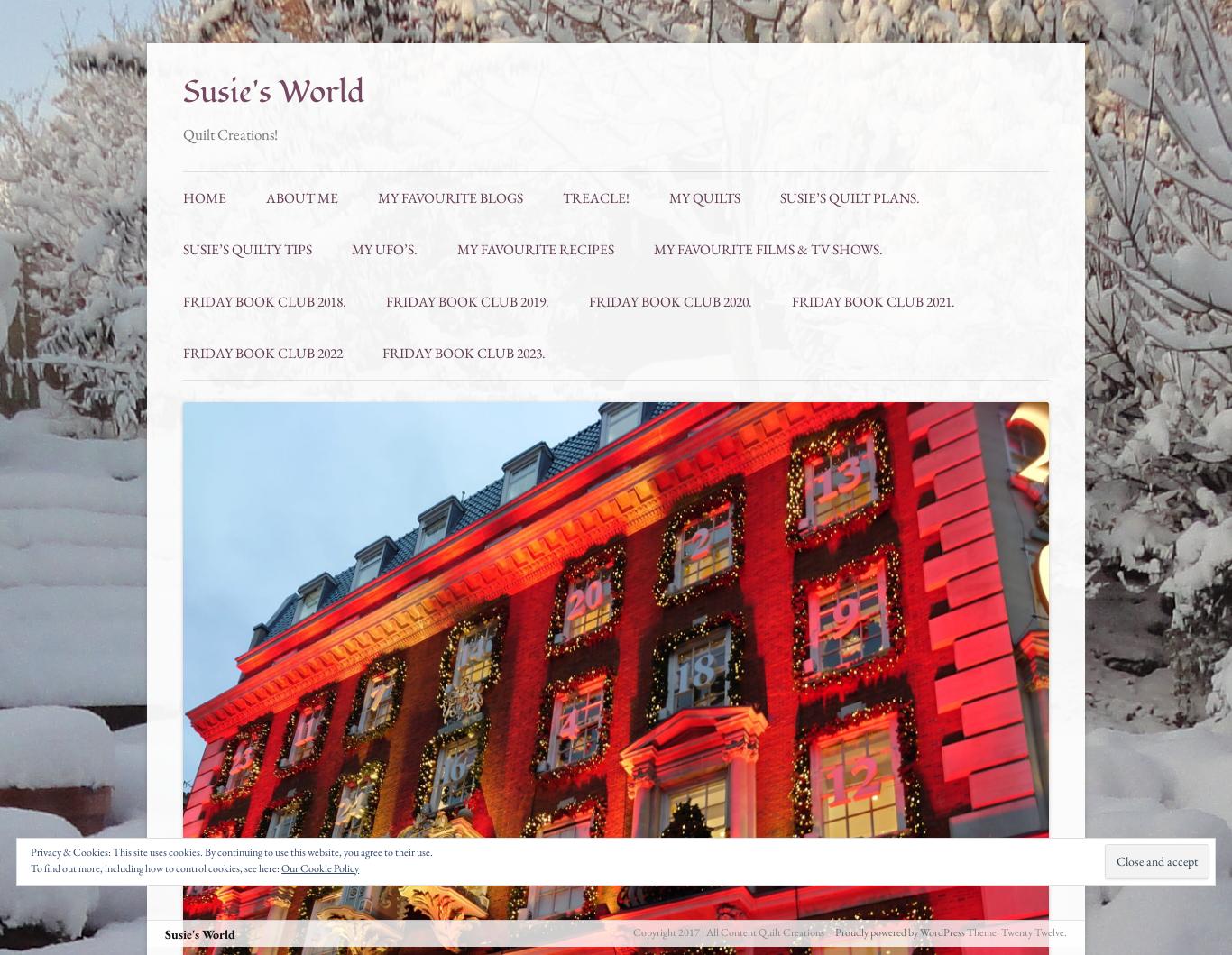 The image size is (1232, 955). Describe the element at coordinates (464, 352) in the screenshot. I see `'Friday Book Club 2023.'` at that location.